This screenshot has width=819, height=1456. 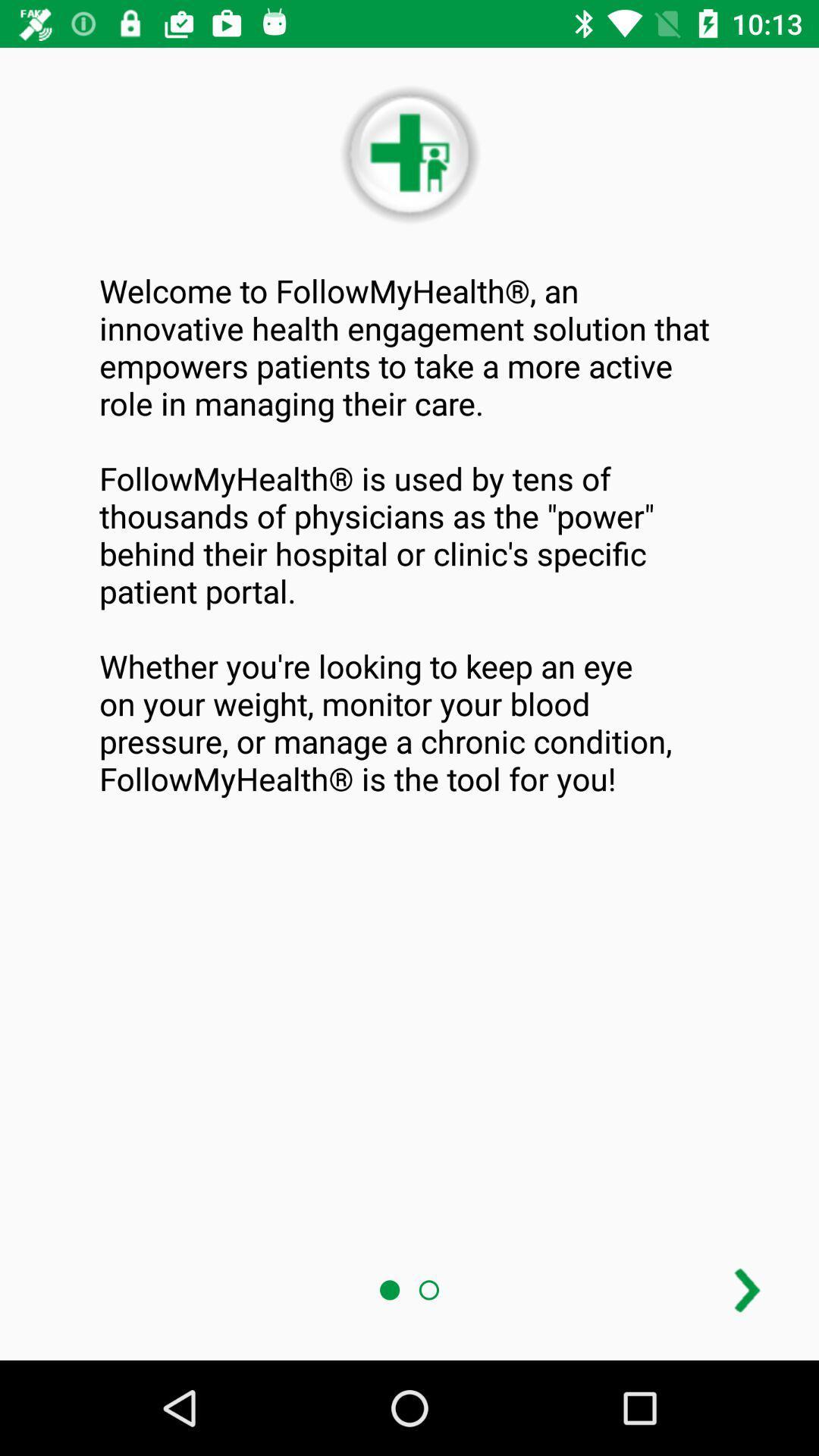 What do you see at coordinates (746, 1289) in the screenshot?
I see `icon below the welcome to followmyhealth item` at bounding box center [746, 1289].